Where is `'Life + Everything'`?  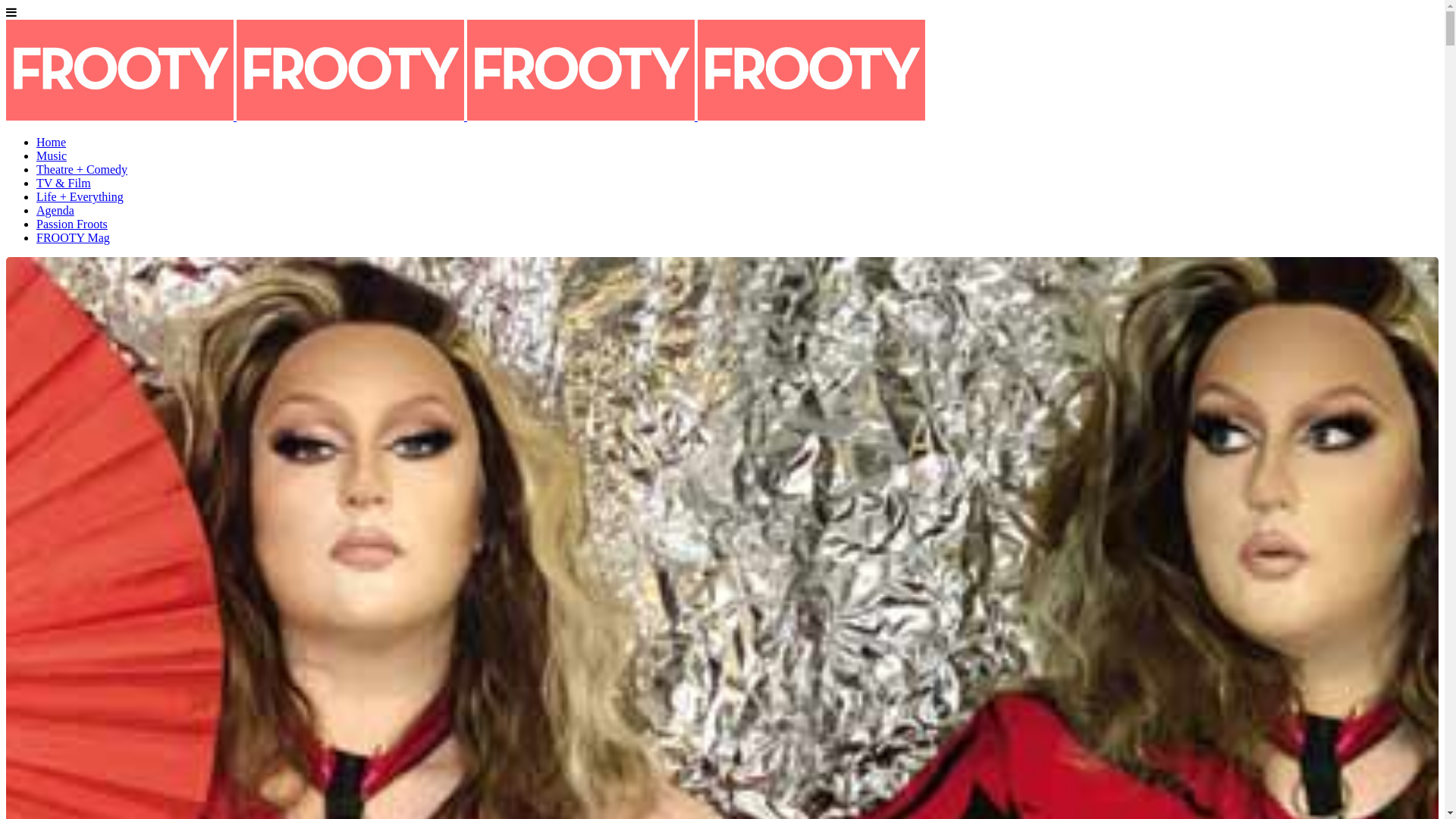 'Life + Everything' is located at coordinates (79, 196).